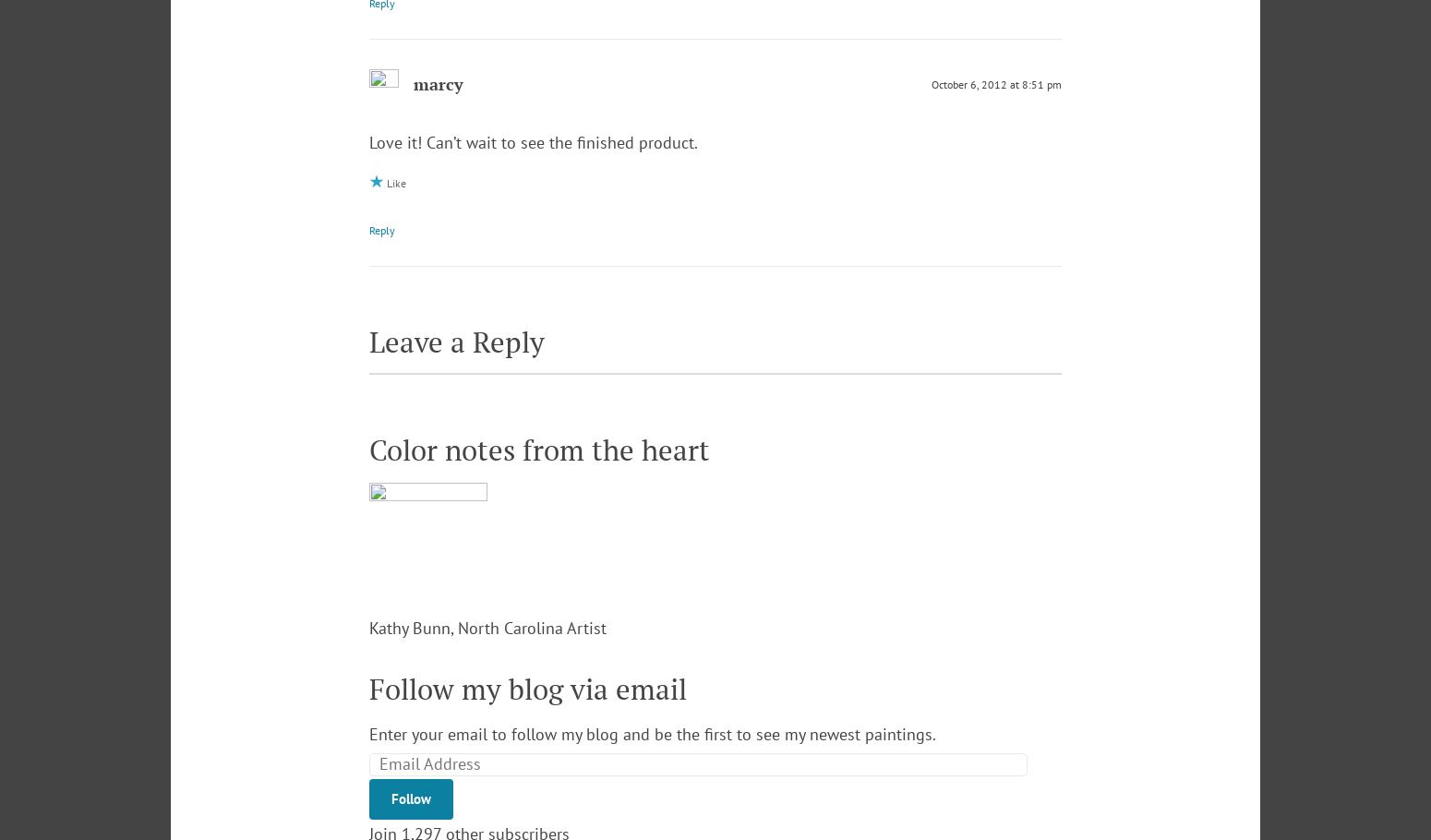 The image size is (1431, 840). What do you see at coordinates (533, 141) in the screenshot?
I see `'Love it! Can’t wait to see the finished product.'` at bounding box center [533, 141].